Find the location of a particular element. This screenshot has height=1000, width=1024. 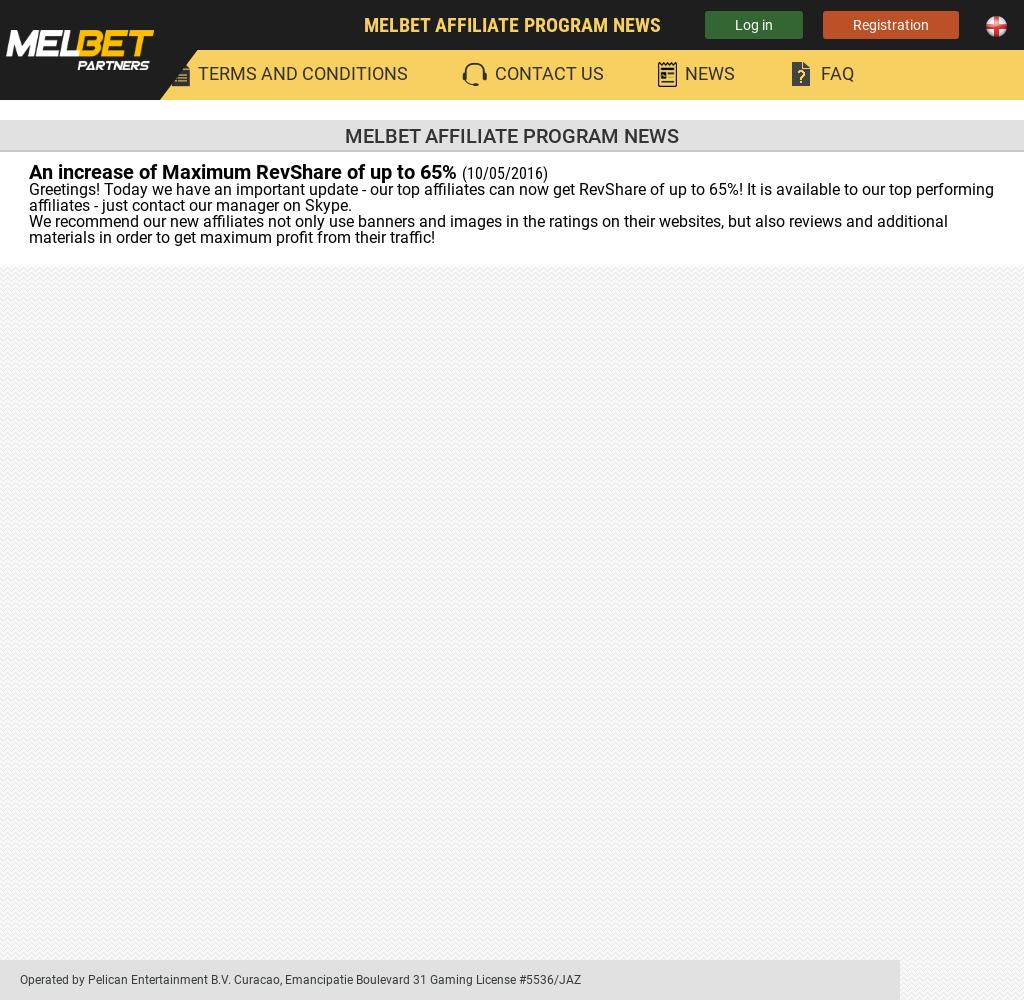

'(10/05/2016)' is located at coordinates (504, 173).